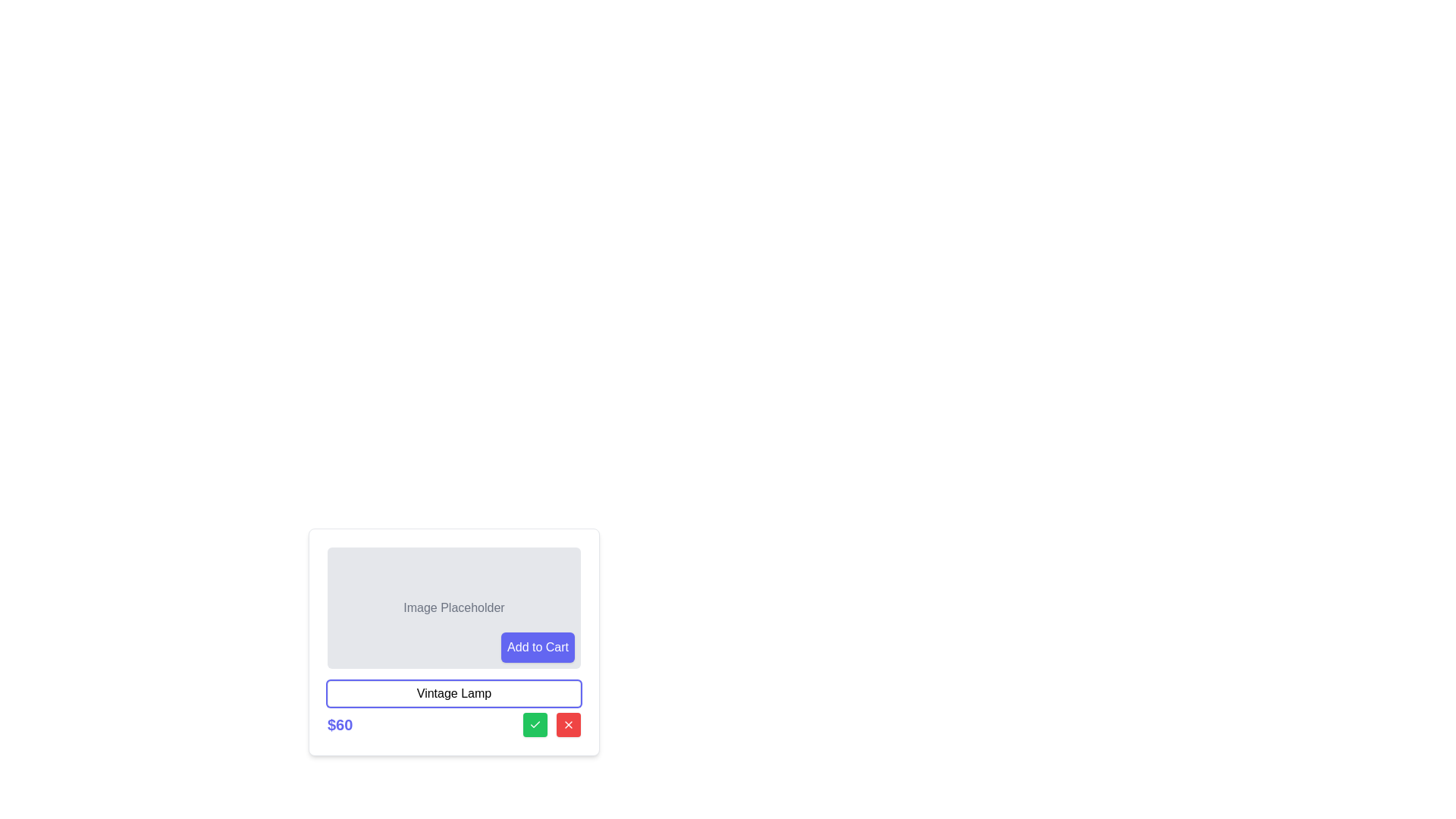 This screenshot has height=819, width=1456. Describe the element at coordinates (339, 724) in the screenshot. I see `the bold indigo text label displaying '$60', which is prominently positioned on the far left side of the bottom section of the interface, beside other controls` at that location.